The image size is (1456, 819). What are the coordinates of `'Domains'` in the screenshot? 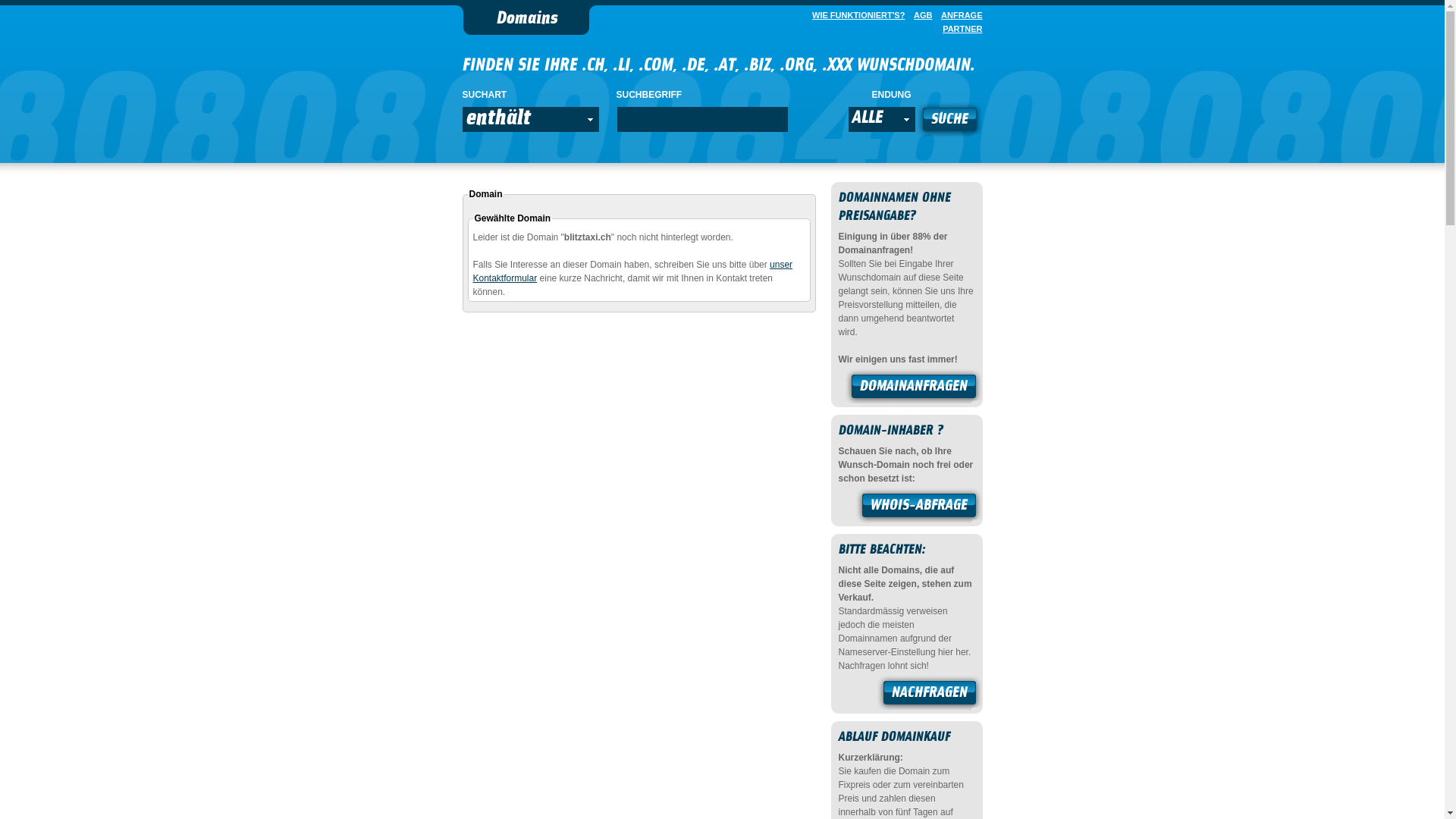 It's located at (526, 20).